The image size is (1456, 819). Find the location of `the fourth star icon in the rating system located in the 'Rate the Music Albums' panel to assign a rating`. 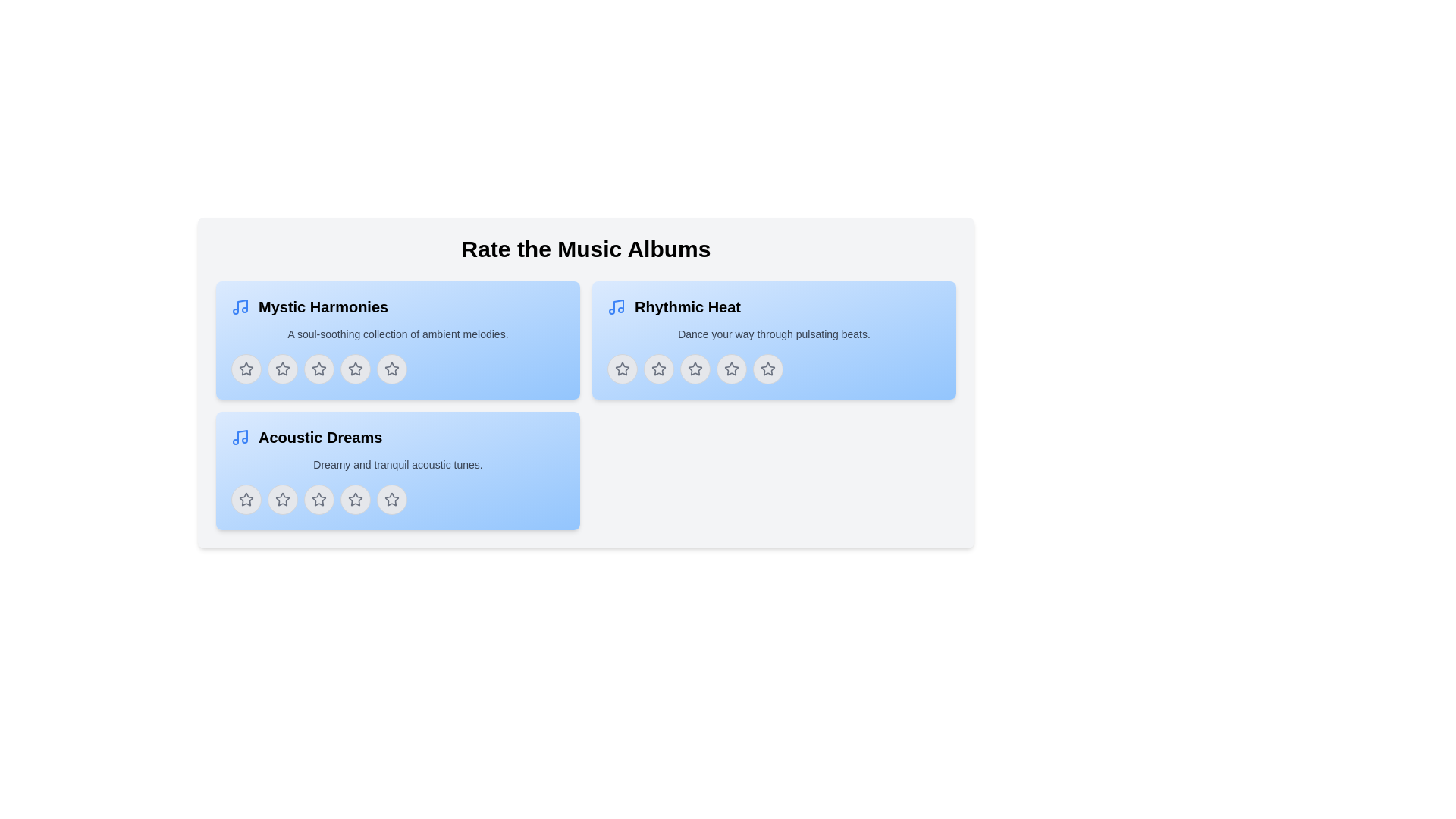

the fourth star icon in the rating system located in the 'Rate the Music Albums' panel to assign a rating is located at coordinates (767, 369).